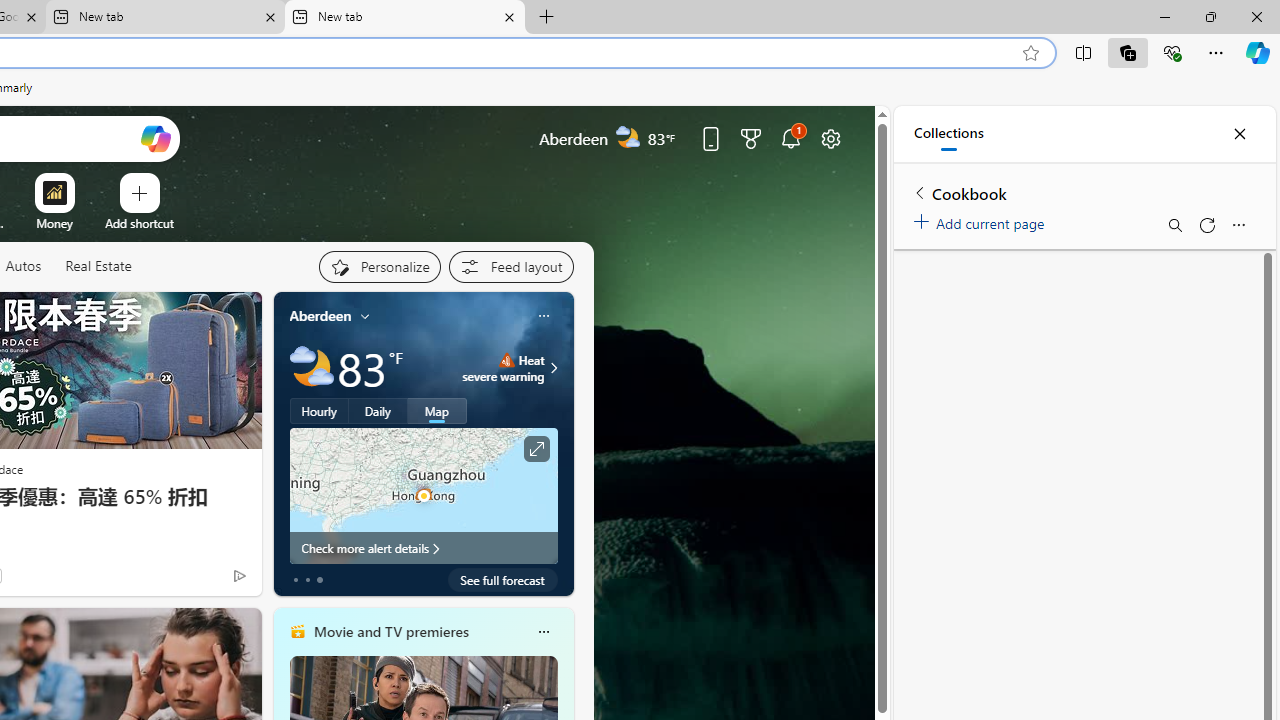  I want to click on 'Real Estate', so click(96, 266).